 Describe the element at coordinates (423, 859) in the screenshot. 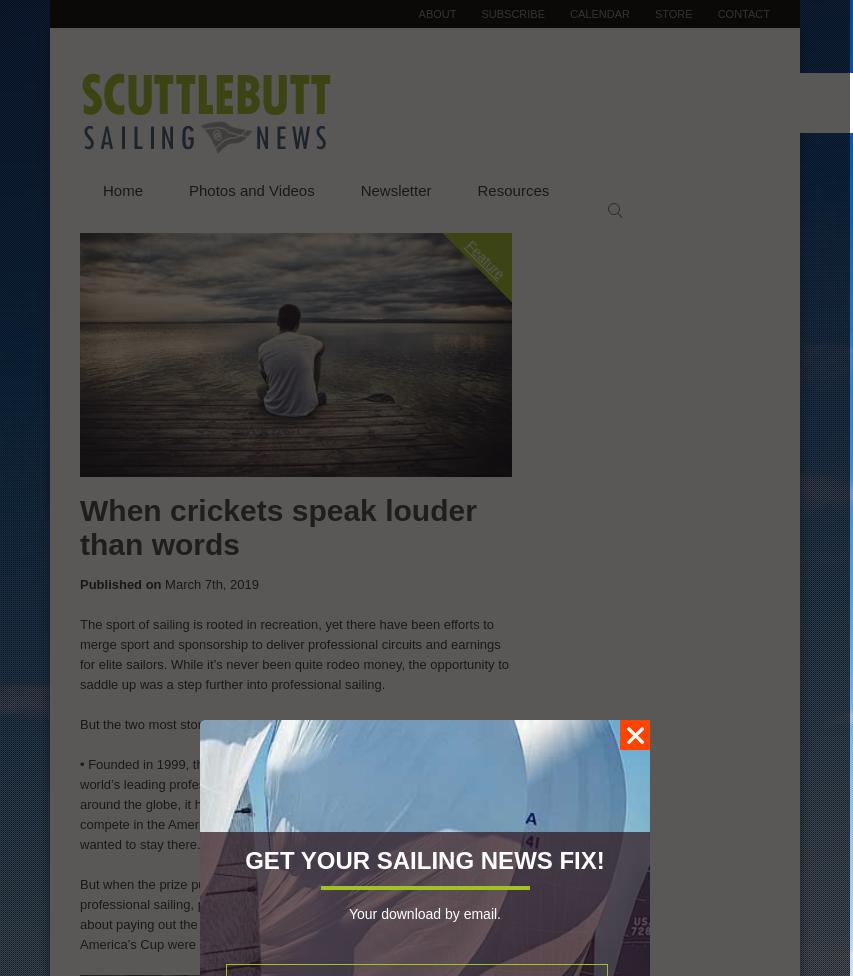

I see `'Get Your Sailing News Fix!'` at that location.